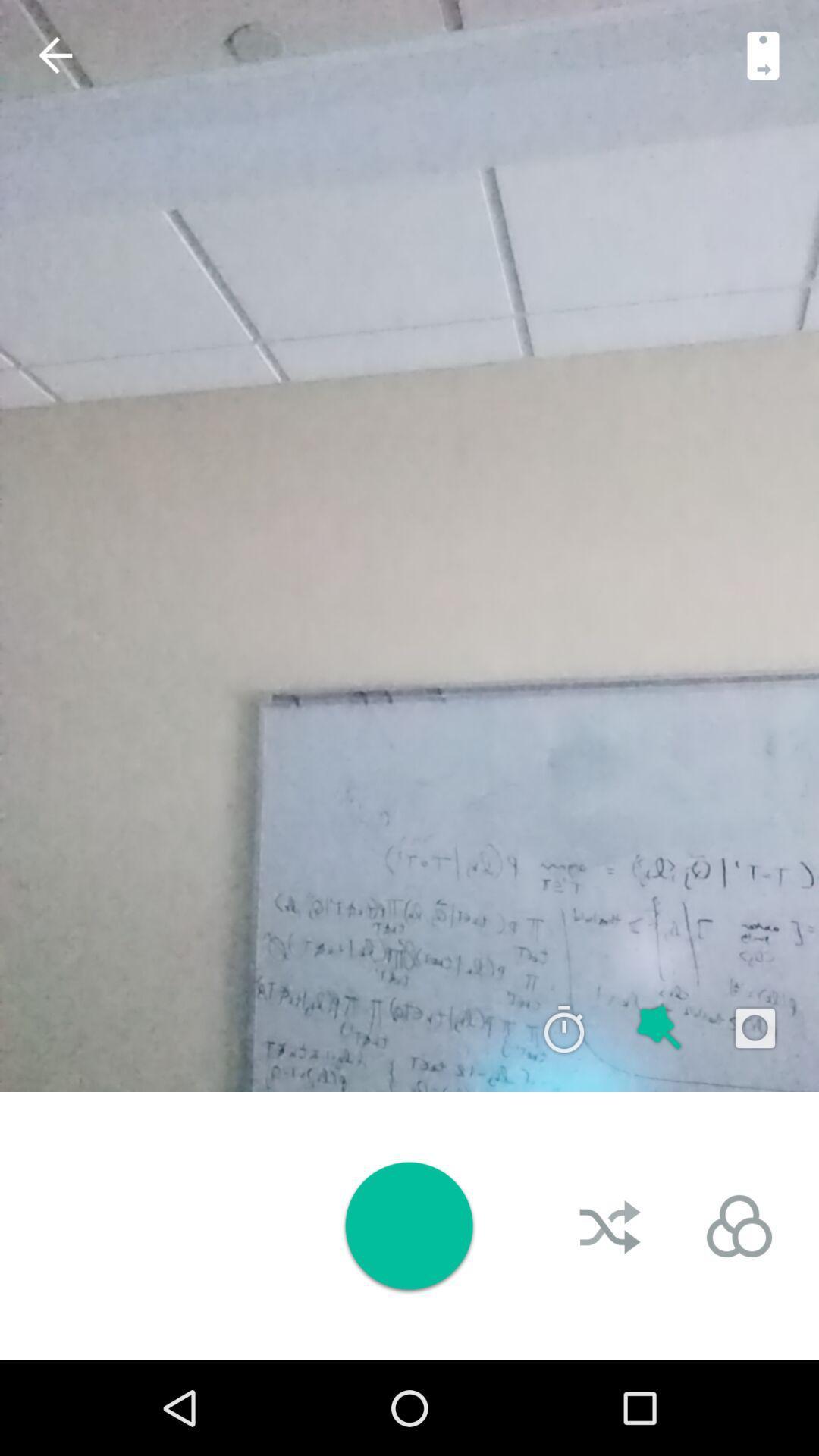 The image size is (819, 1456). Describe the element at coordinates (659, 1028) in the screenshot. I see `zoom` at that location.